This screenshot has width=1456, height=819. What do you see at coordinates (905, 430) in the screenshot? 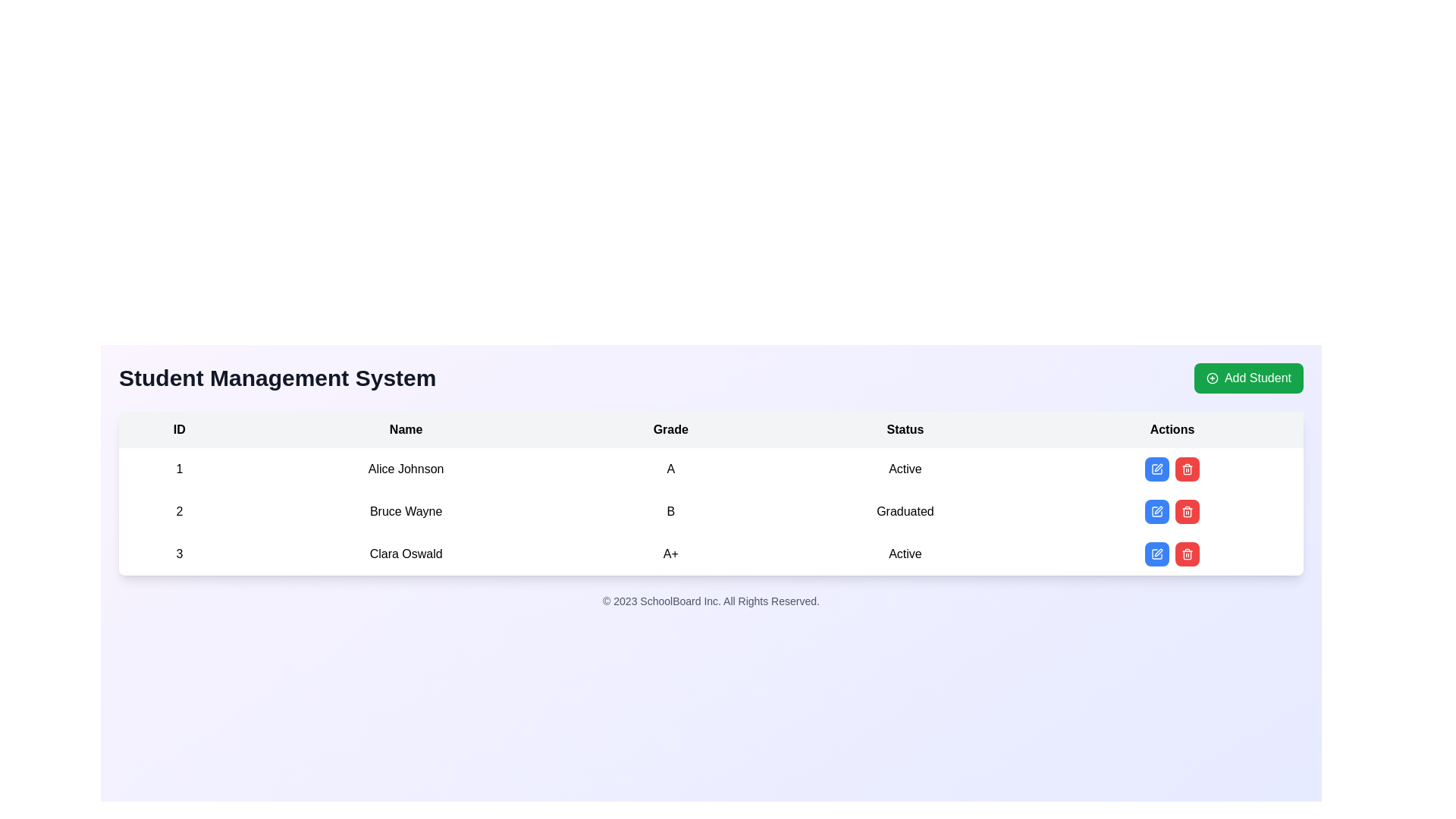
I see `text label titled 'Status' which is the fourth column header in the dataset table` at bounding box center [905, 430].